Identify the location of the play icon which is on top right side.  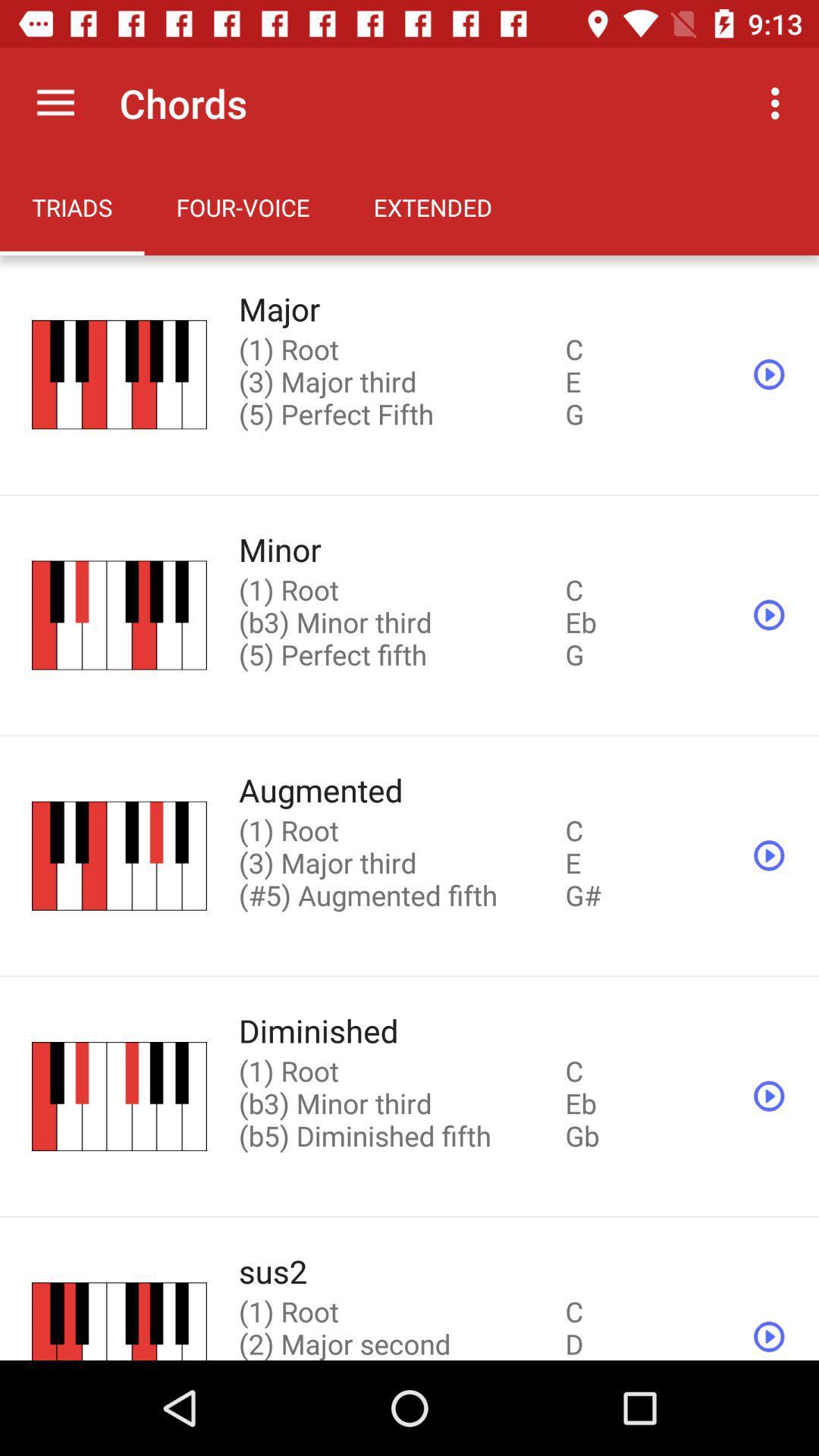
(769, 375).